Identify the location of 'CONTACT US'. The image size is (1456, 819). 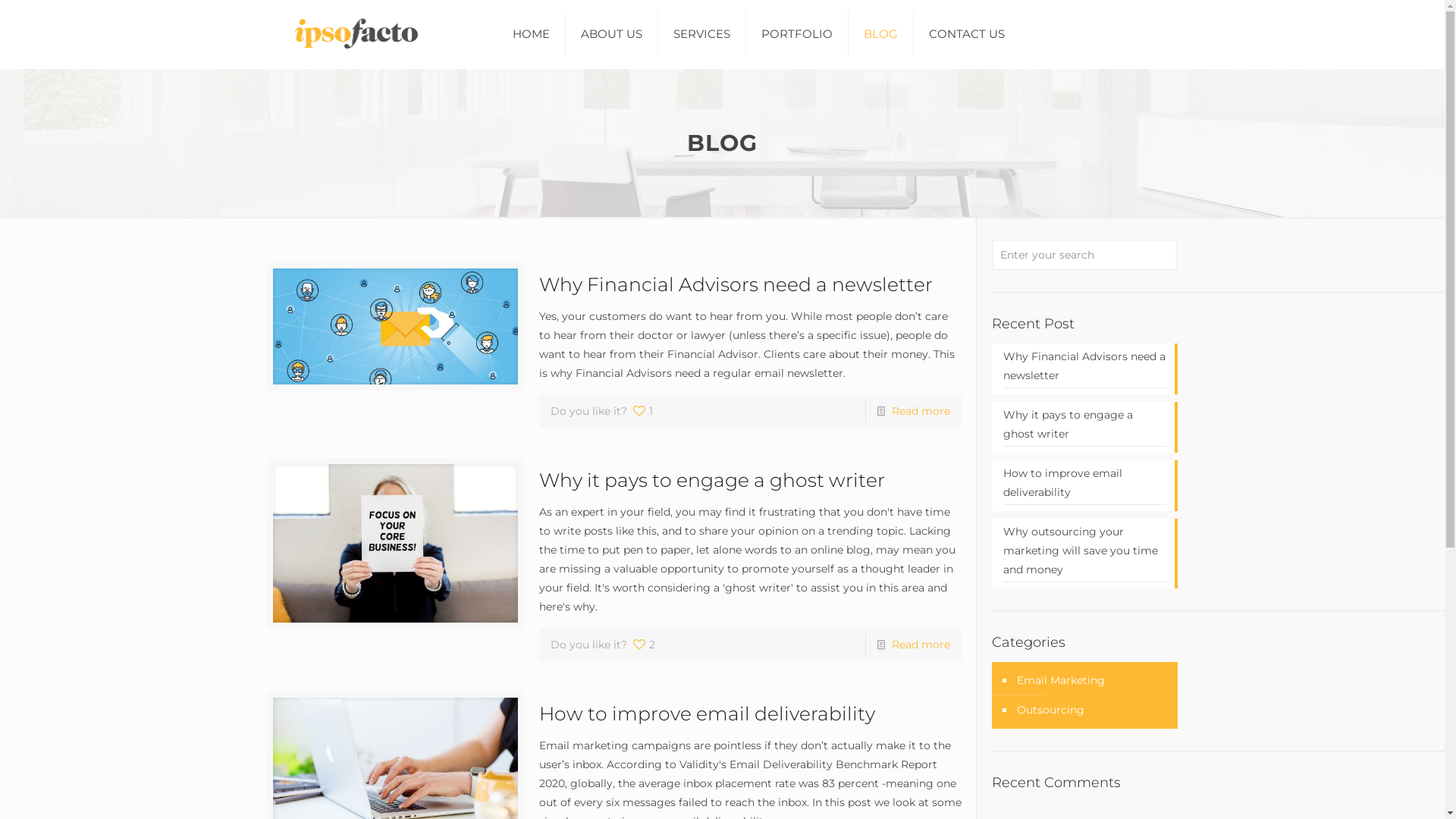
(966, 34).